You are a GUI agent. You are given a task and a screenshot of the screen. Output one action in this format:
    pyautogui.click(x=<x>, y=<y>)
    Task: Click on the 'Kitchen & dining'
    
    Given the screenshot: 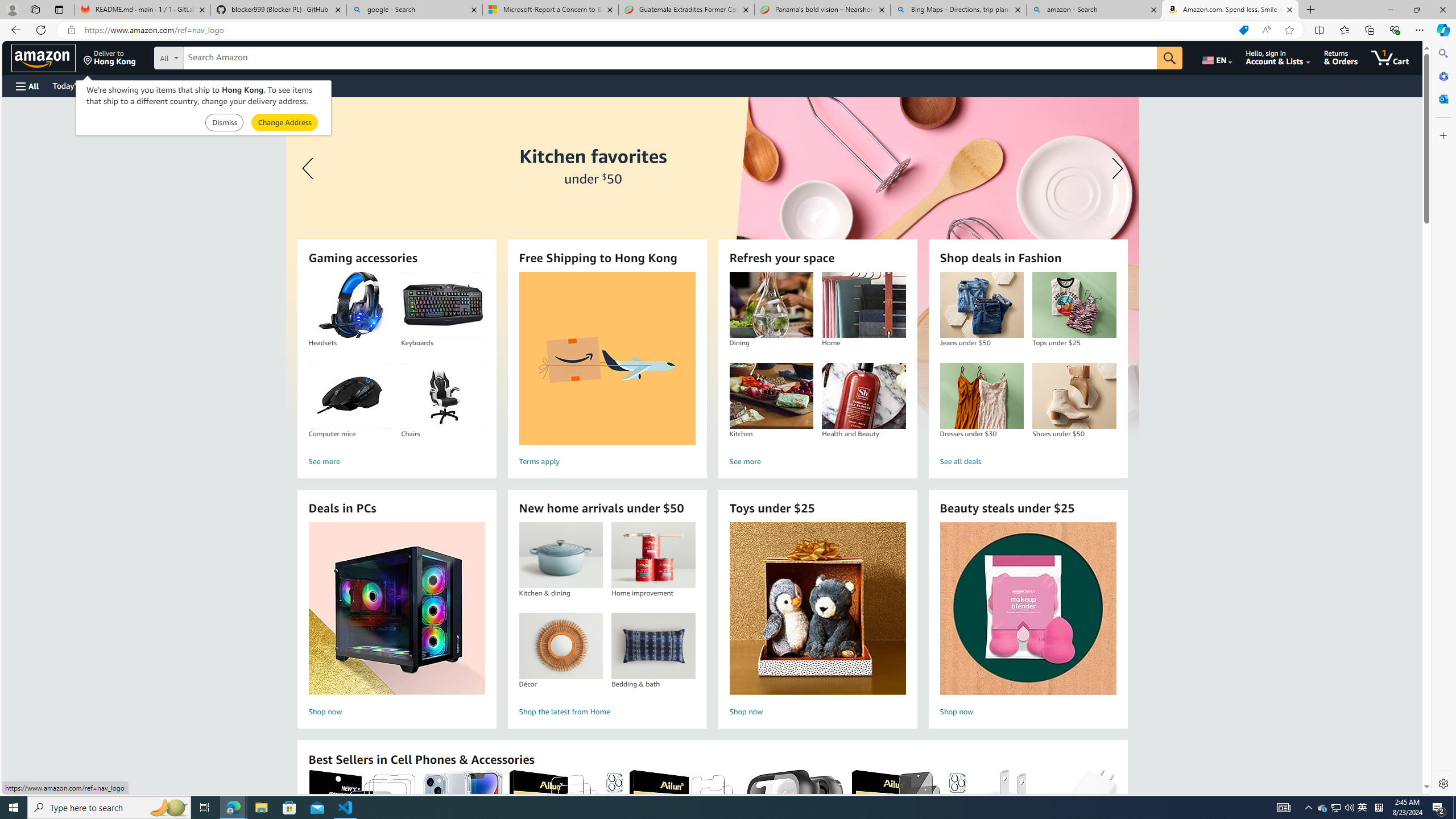 What is the action you would take?
    pyautogui.click(x=560, y=555)
    